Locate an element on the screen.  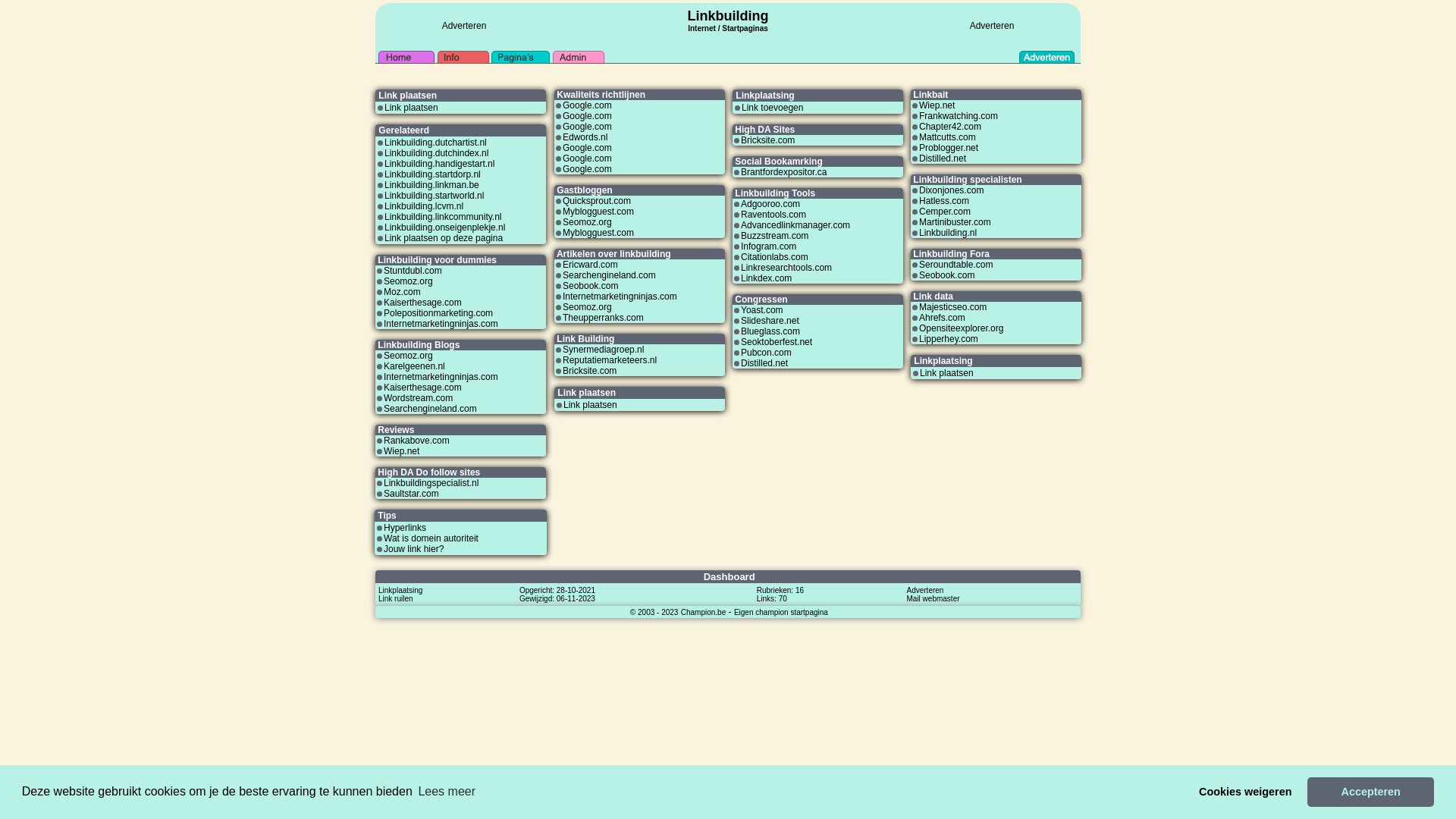
'Problogger.net' is located at coordinates (948, 148).